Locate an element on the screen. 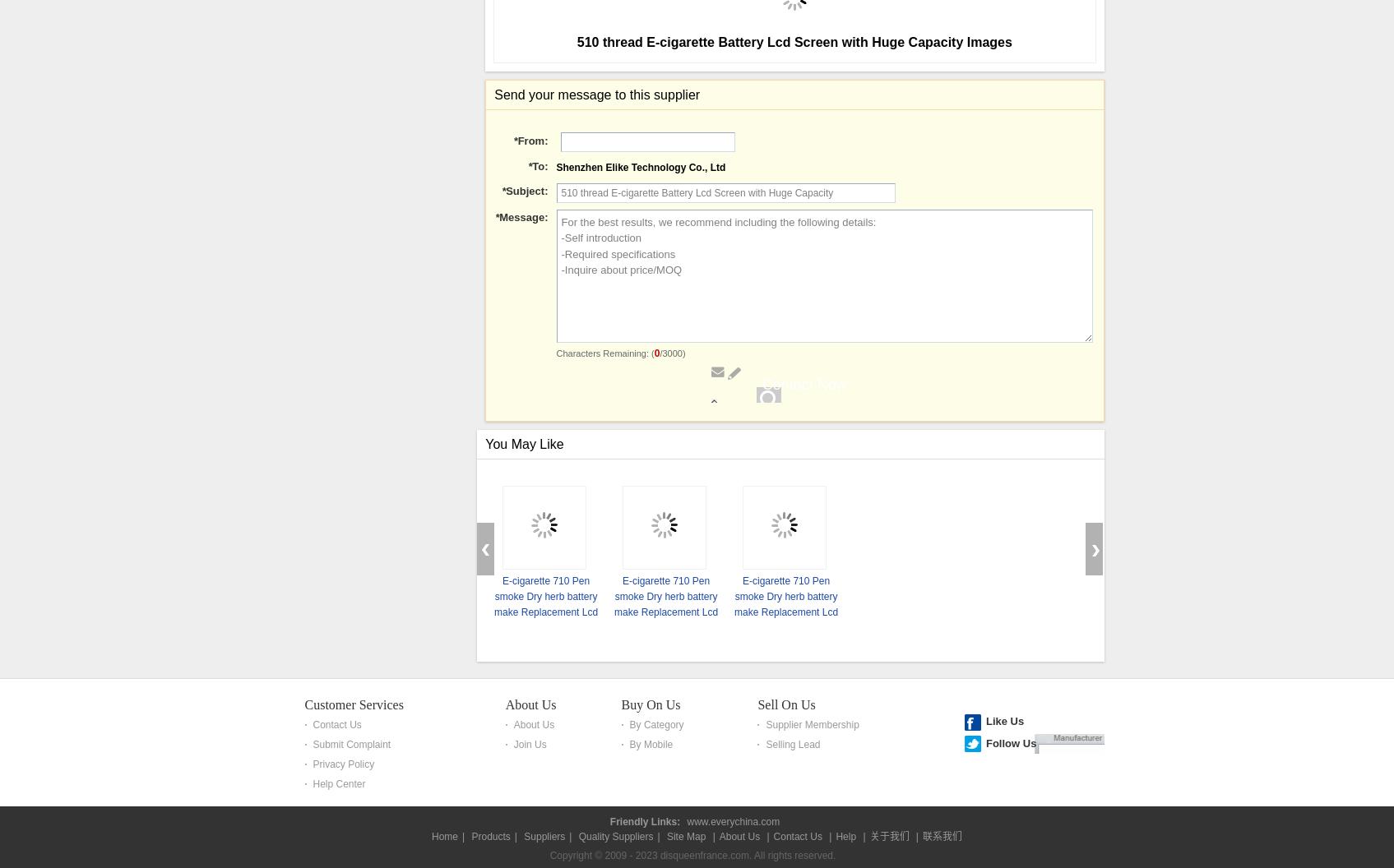 This screenshot has width=1394, height=868. '510 thread E-cigarette Battery Lcd Screen with Huge Capacity Images' is located at coordinates (794, 507).